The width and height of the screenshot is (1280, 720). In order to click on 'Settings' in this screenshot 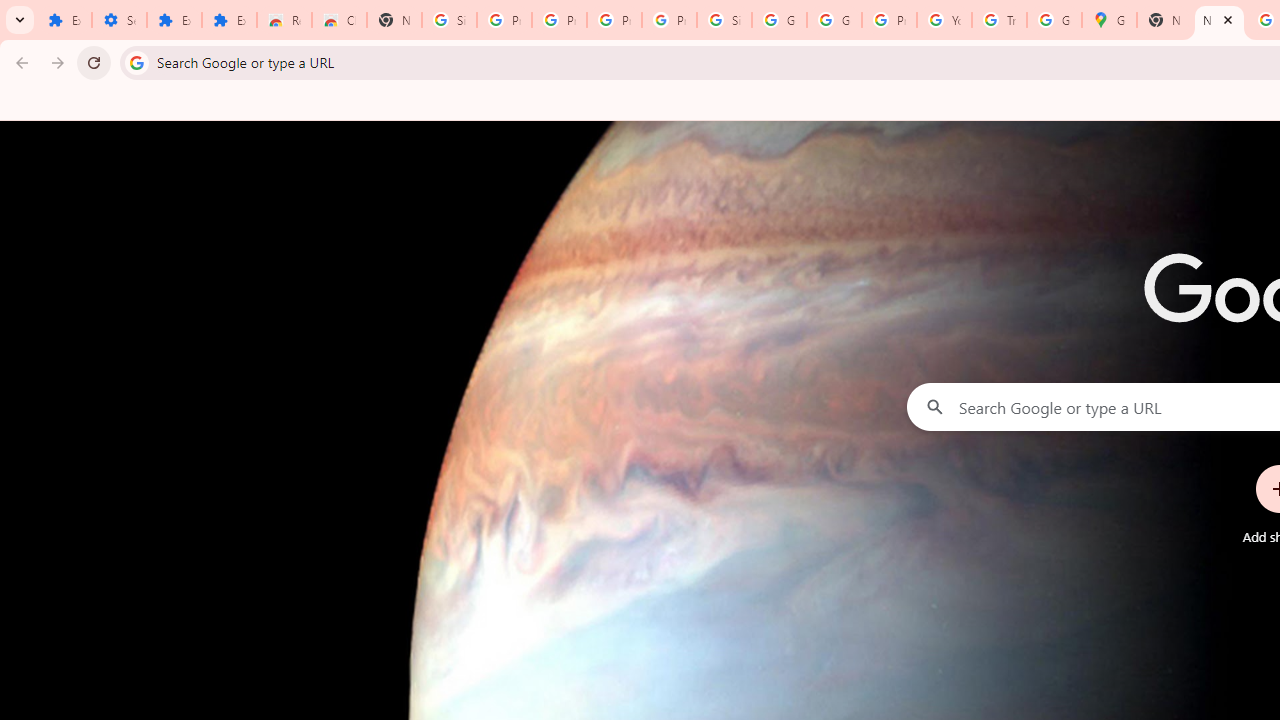, I will do `click(118, 20)`.